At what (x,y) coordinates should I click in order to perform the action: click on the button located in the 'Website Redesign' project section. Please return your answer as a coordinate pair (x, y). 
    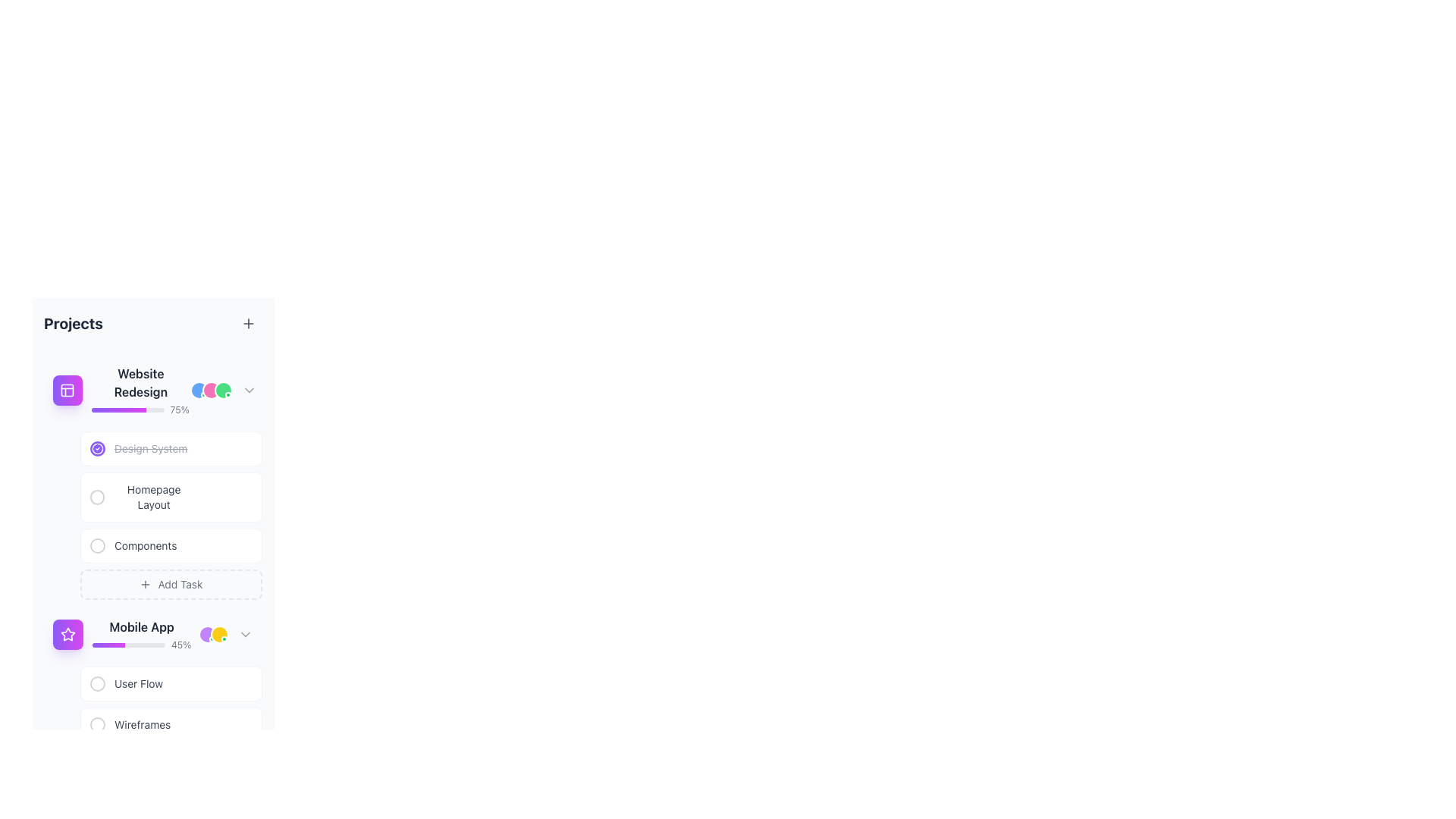
    Looking at the image, I should click on (171, 584).